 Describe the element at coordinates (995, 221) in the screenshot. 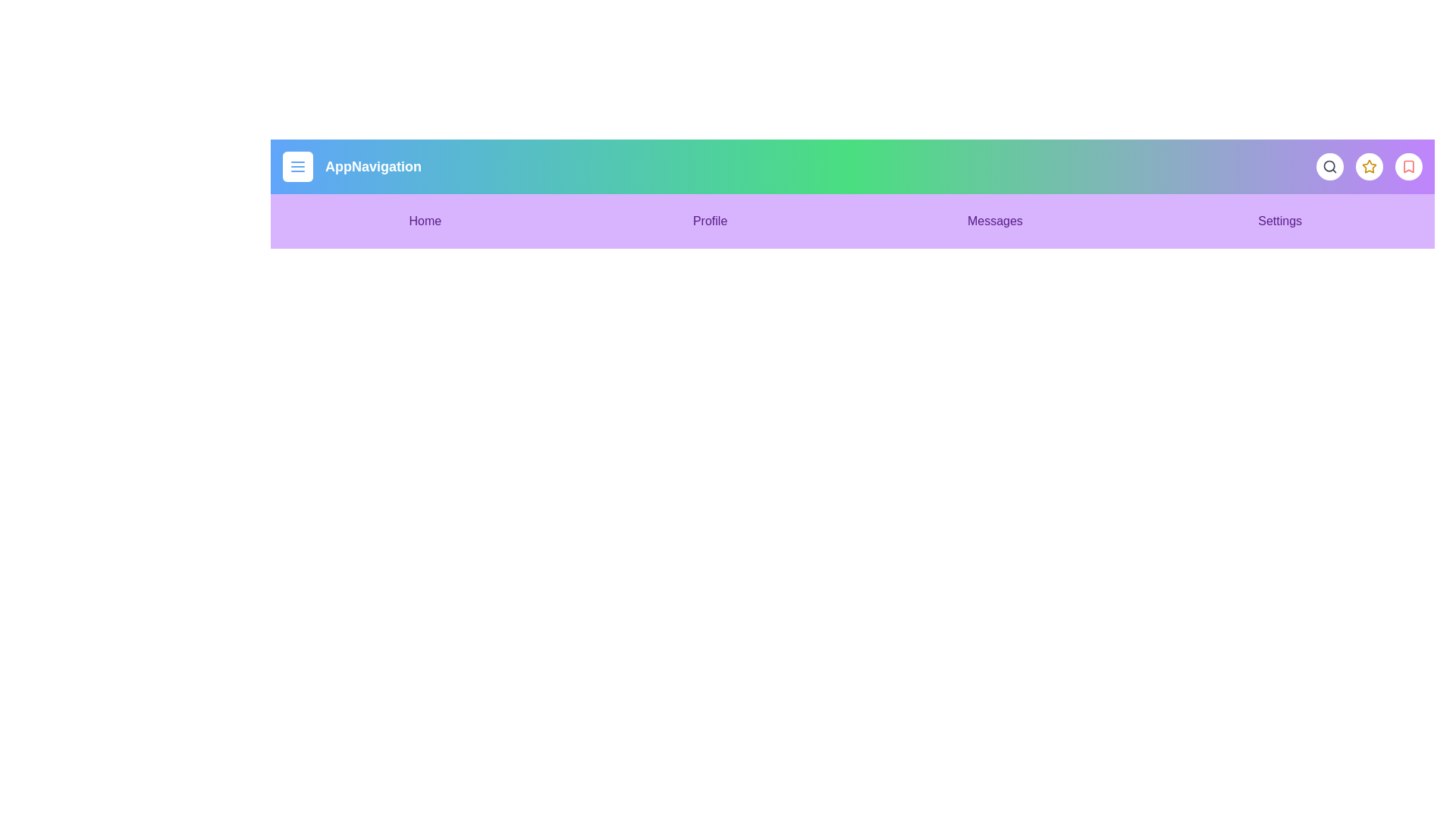

I see `the menu item Messages to navigate to the corresponding section` at that location.